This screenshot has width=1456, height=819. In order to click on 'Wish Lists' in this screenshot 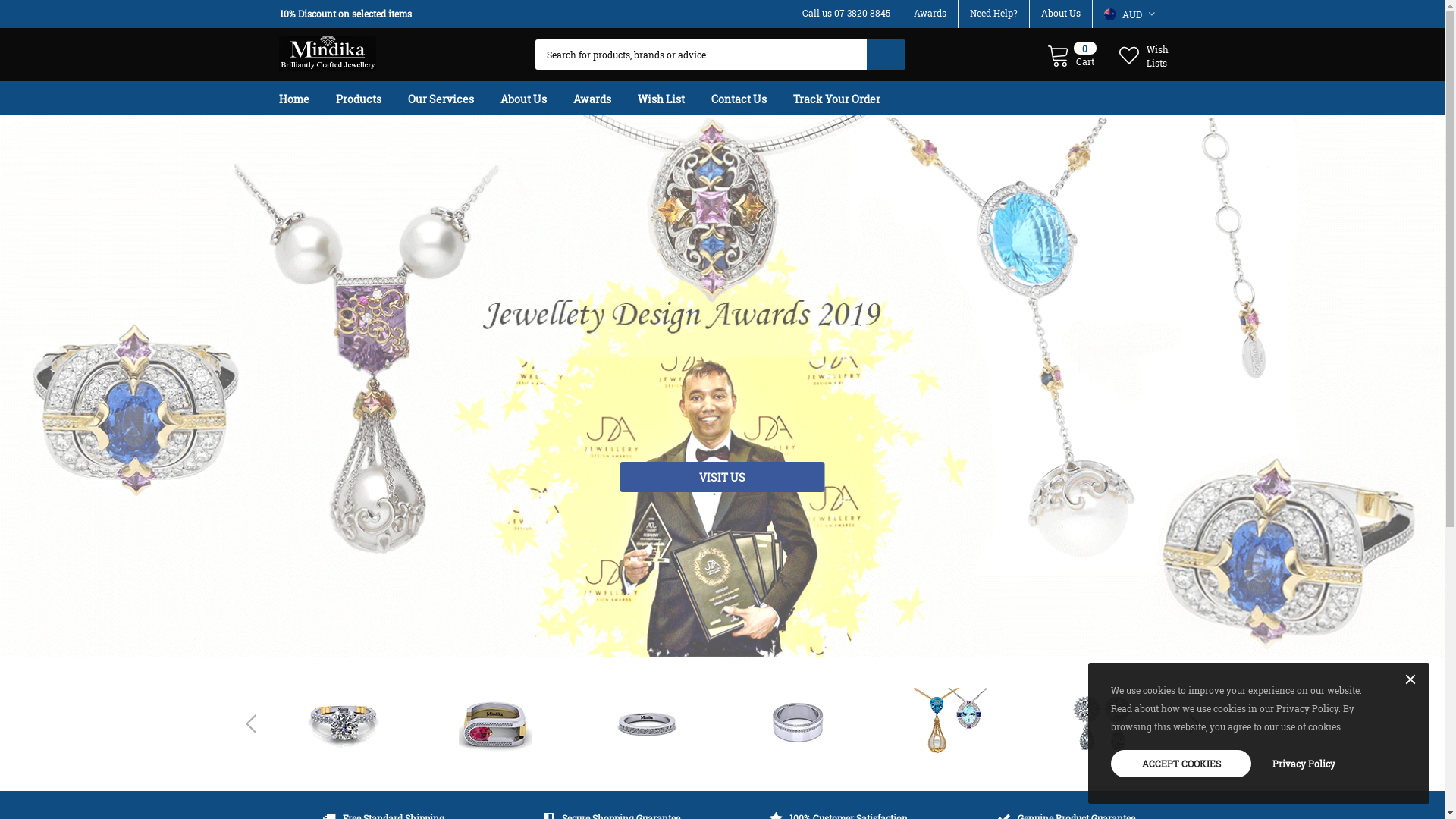, I will do `click(1145, 54)`.